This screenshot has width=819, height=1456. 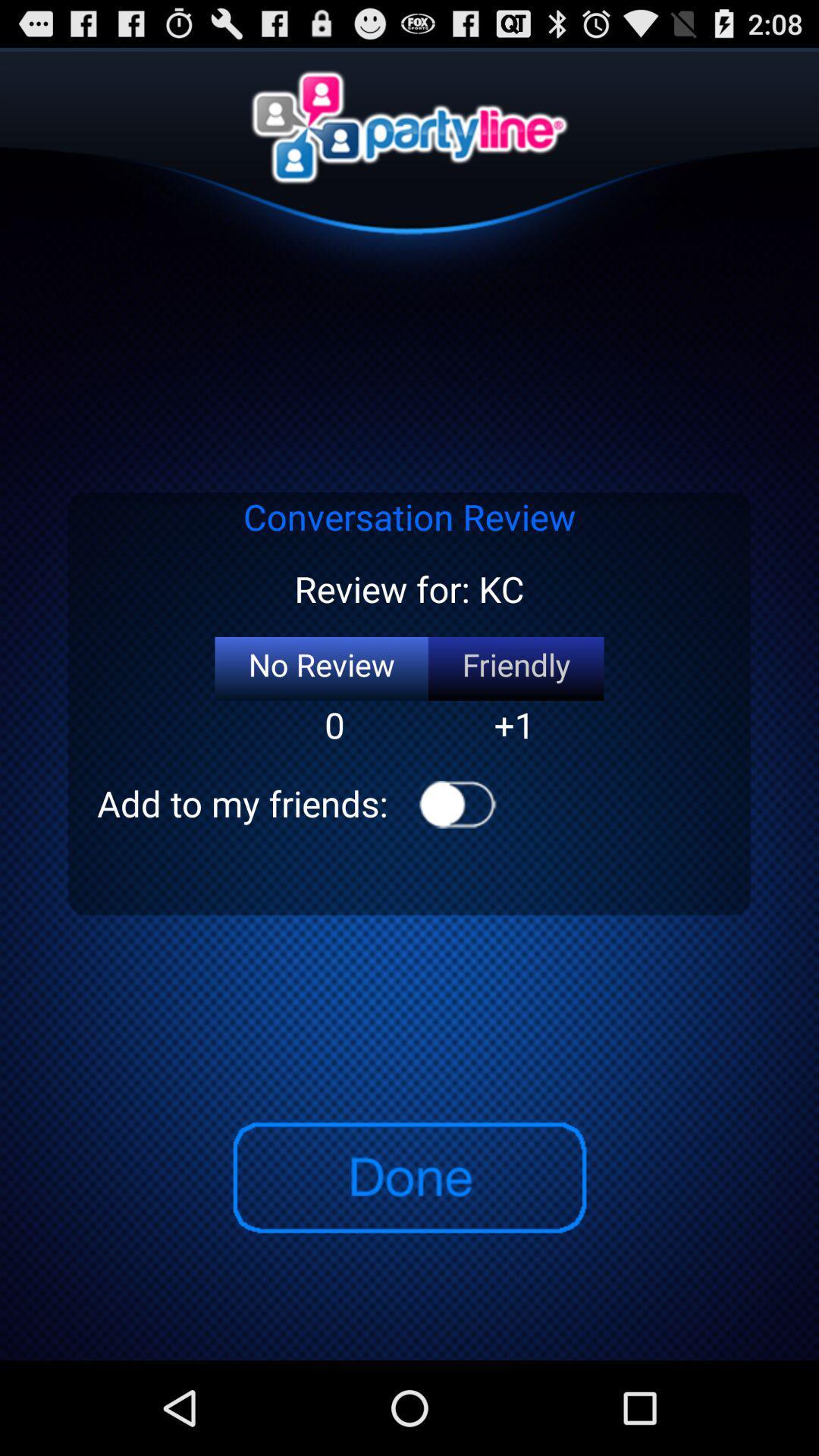 I want to click on the icon next to the friendly icon, so click(x=321, y=668).